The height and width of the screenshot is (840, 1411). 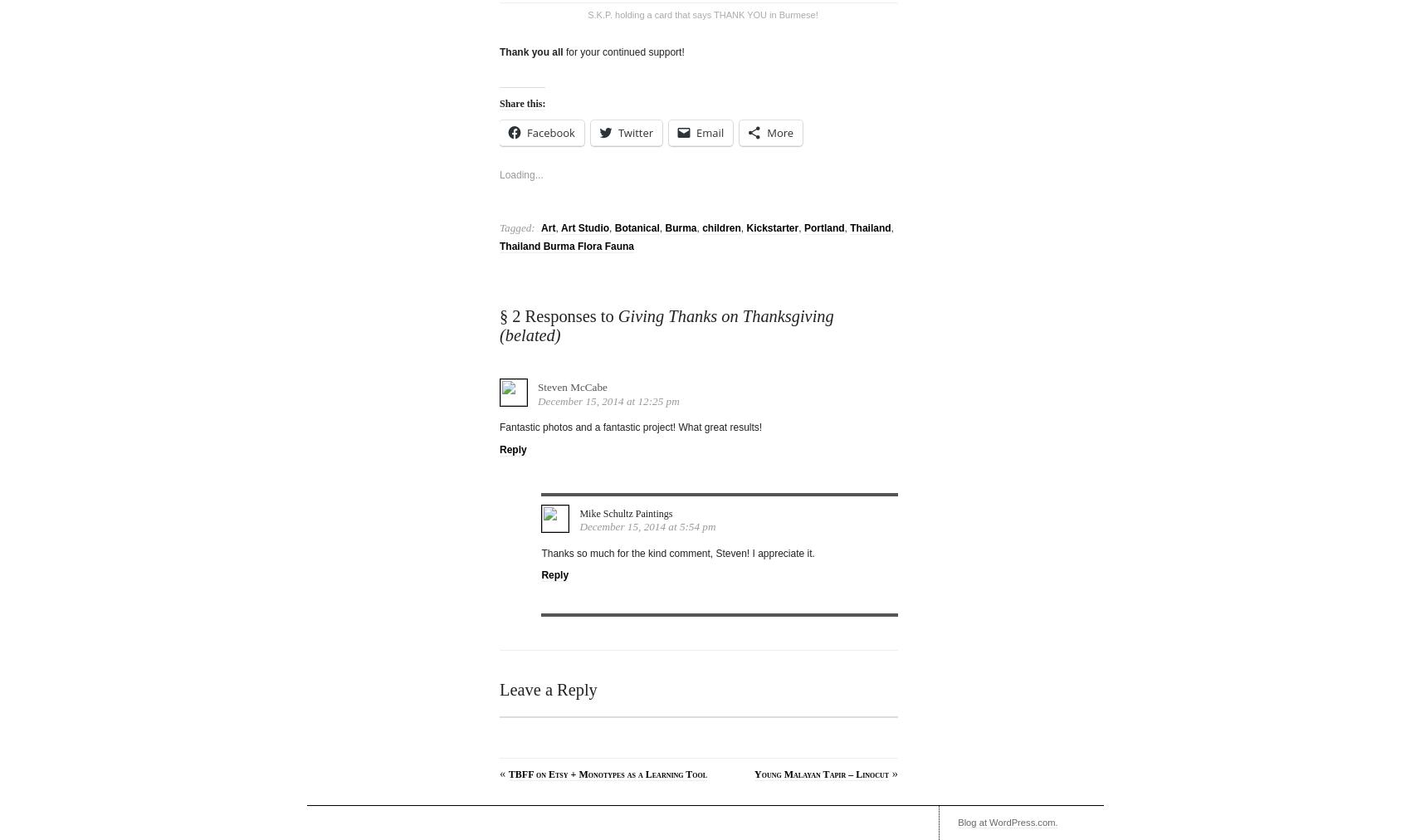 What do you see at coordinates (772, 222) in the screenshot?
I see `'Kickstarter'` at bounding box center [772, 222].